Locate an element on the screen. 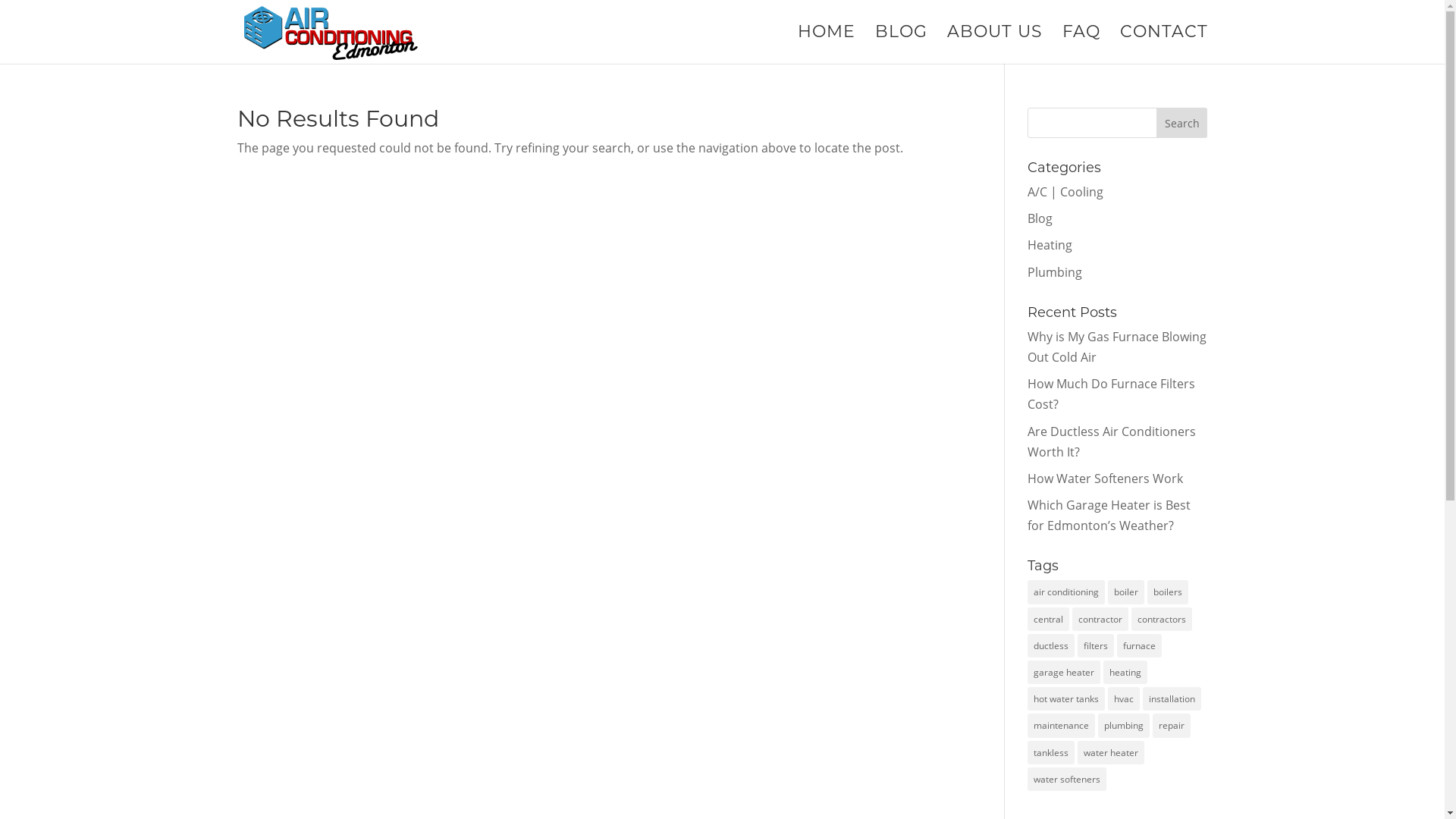 The image size is (1456, 819). 'hvac' is located at coordinates (1124, 698).